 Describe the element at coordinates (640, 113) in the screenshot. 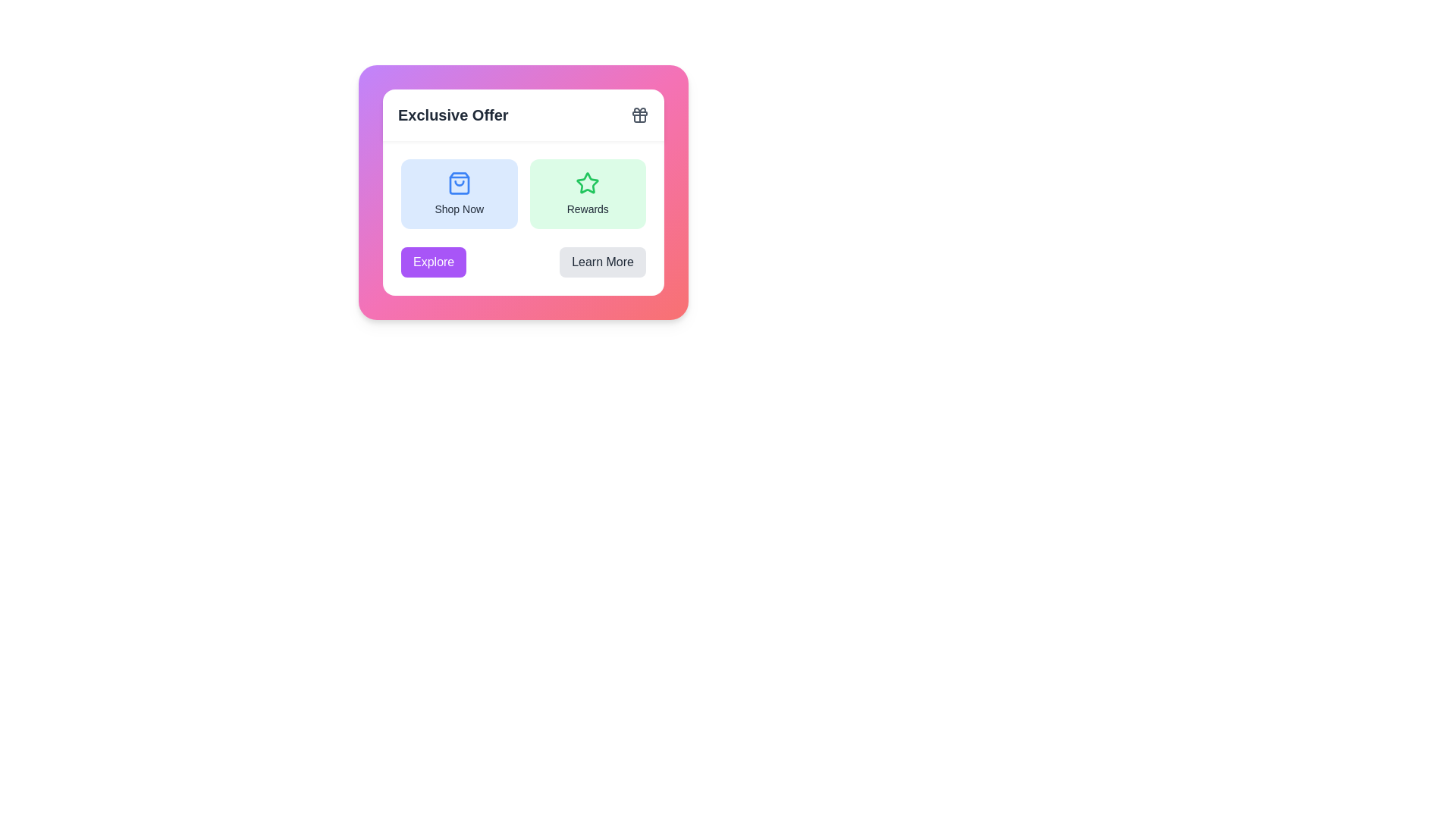

I see `the decorative graphical element within the SVG gift icon located in the top right corner of the 'Exclusive Offer' panel` at that location.